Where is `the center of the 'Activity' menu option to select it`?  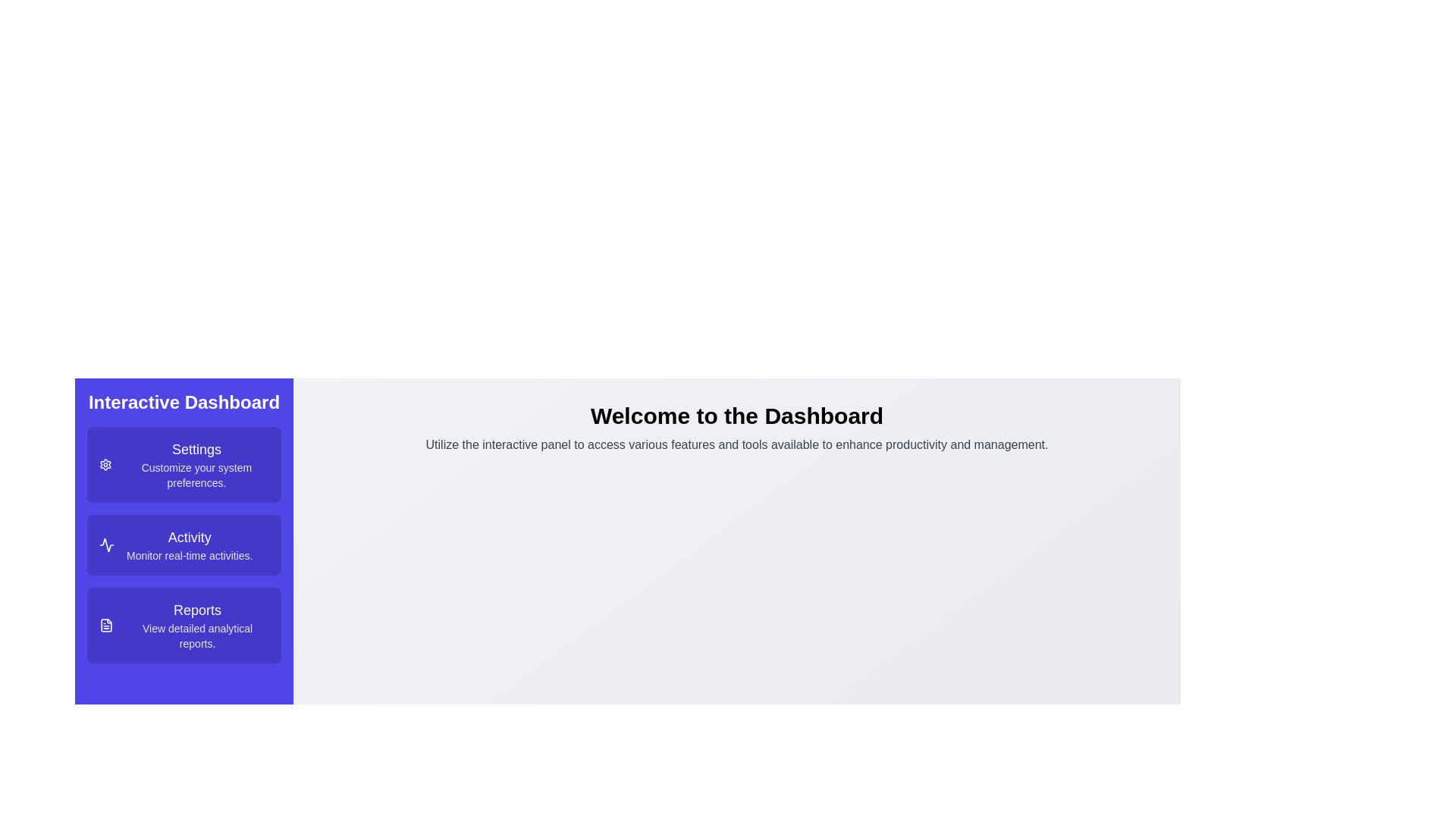 the center of the 'Activity' menu option to select it is located at coordinates (184, 544).